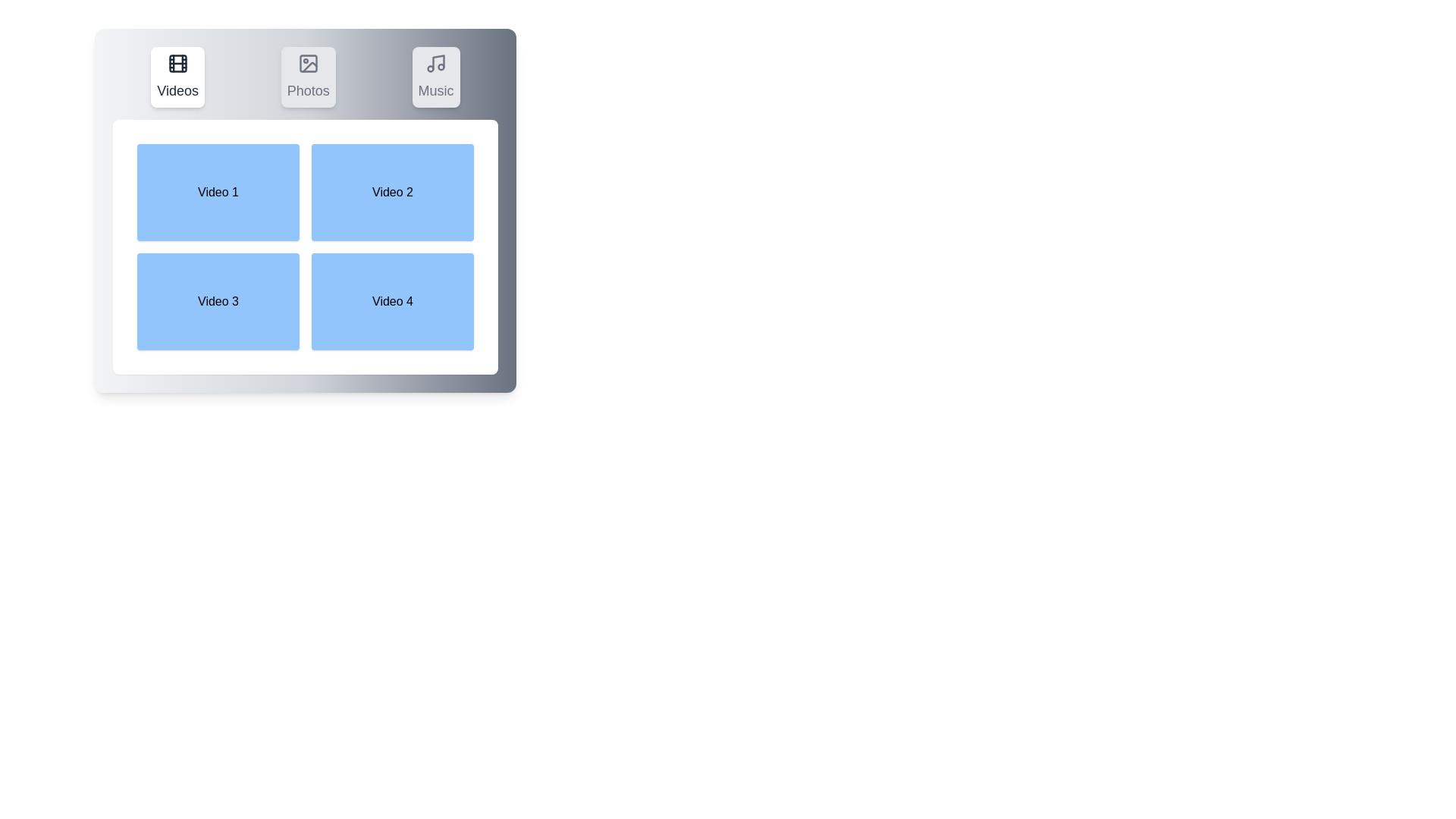 This screenshot has width=1456, height=819. Describe the element at coordinates (393, 192) in the screenshot. I see `the Video 2 Box to observe the hover effect` at that location.